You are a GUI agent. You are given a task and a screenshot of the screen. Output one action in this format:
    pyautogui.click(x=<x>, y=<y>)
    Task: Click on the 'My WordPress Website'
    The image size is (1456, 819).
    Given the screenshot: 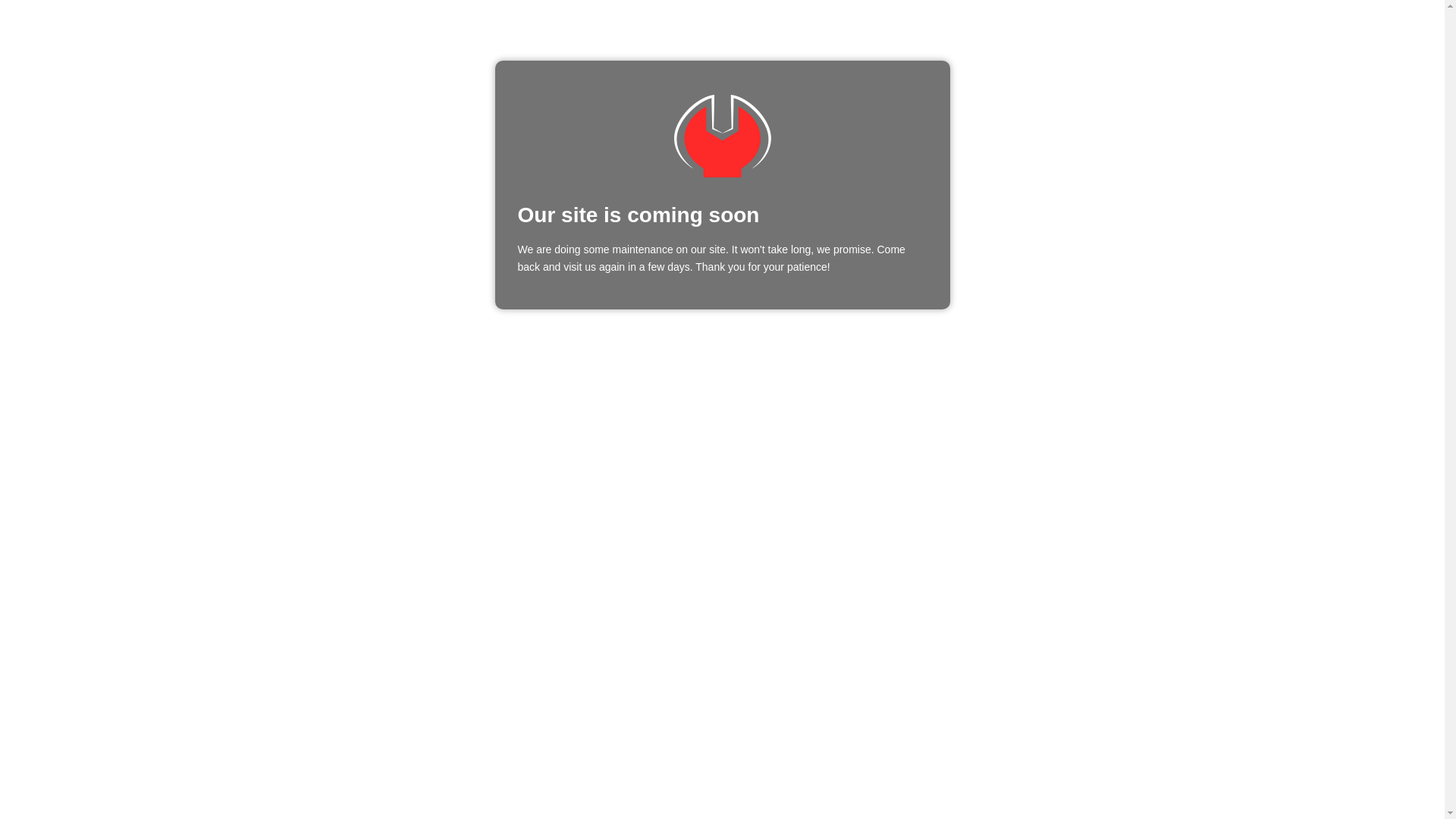 What is the action you would take?
    pyautogui.click(x=720, y=135)
    